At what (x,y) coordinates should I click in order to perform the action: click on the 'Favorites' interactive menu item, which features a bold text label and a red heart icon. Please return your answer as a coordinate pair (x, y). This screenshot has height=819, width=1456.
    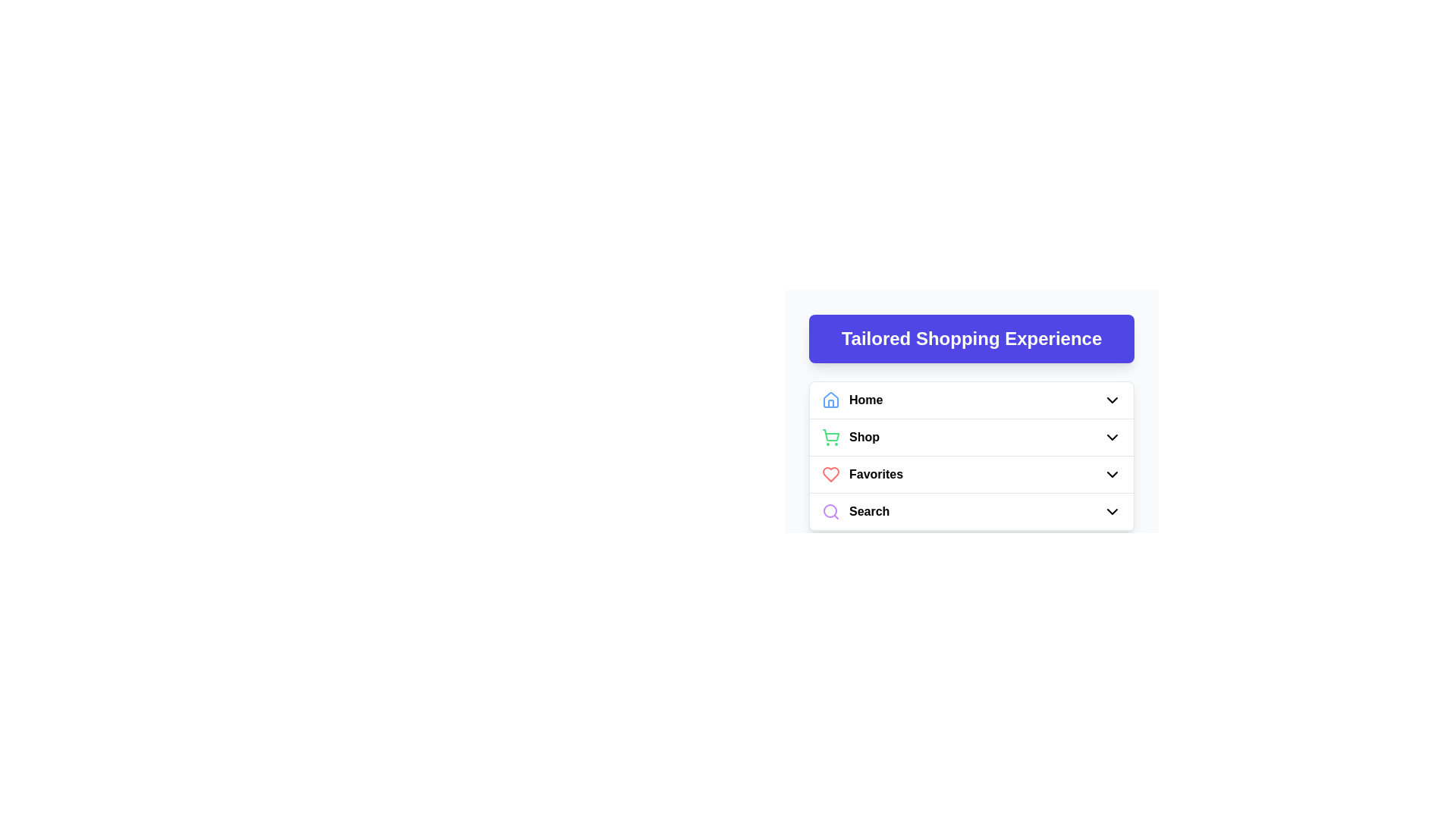
    Looking at the image, I should click on (971, 473).